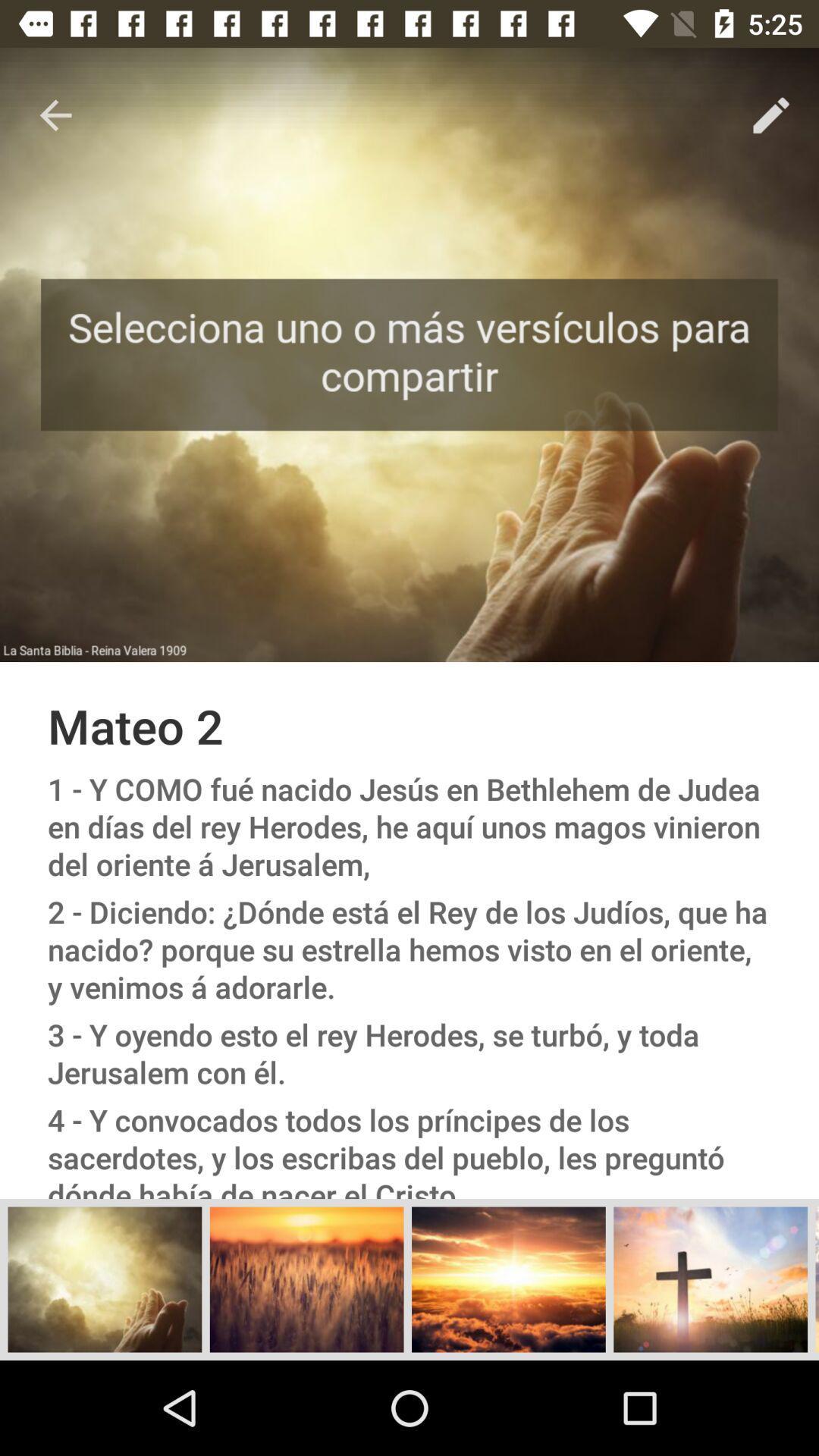 This screenshot has height=1456, width=819. What do you see at coordinates (409, 724) in the screenshot?
I see `the mateo 2 icon` at bounding box center [409, 724].